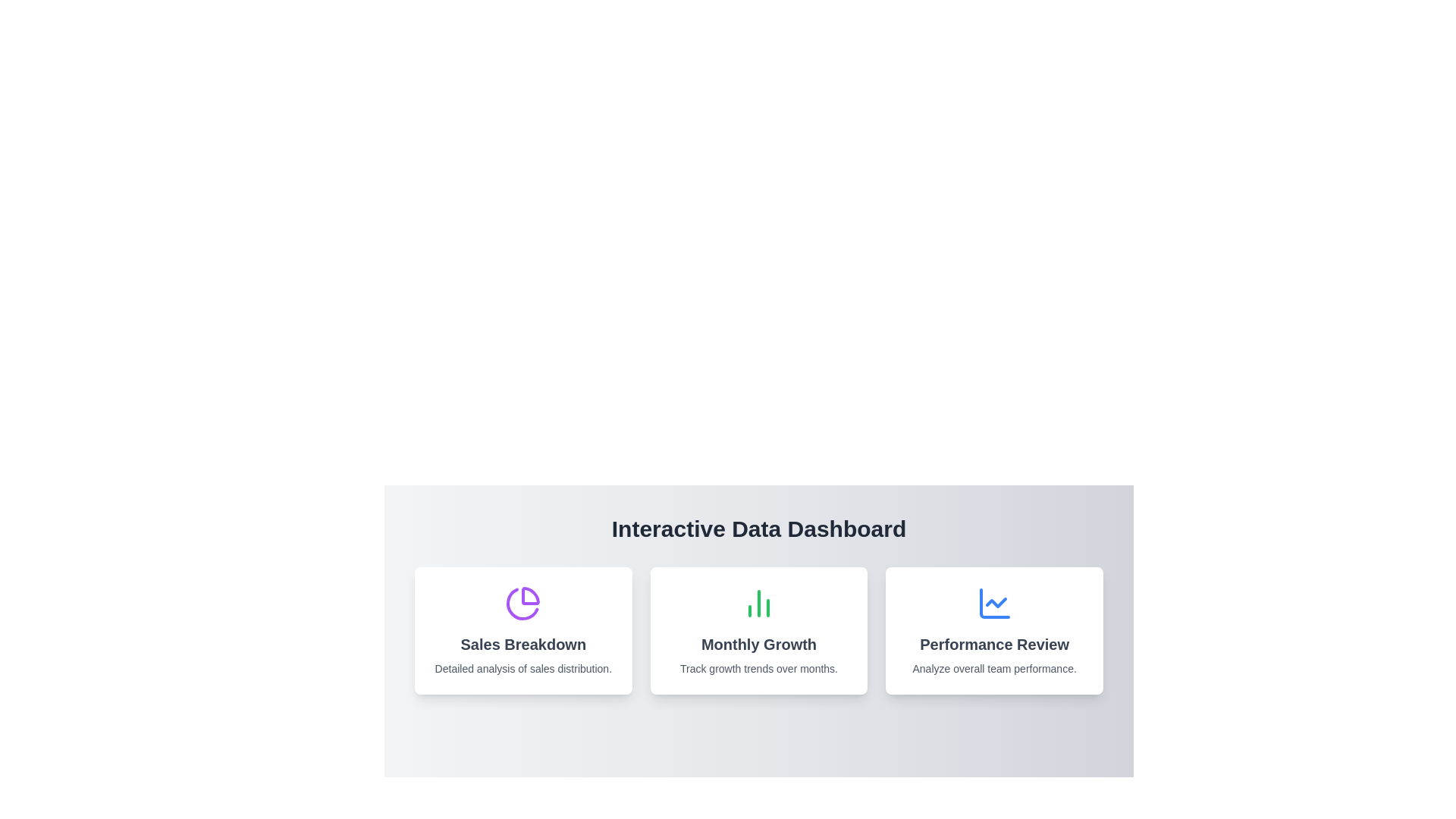  What do you see at coordinates (758, 631) in the screenshot?
I see `the Card containing textual and graphical information for navigation, located at the center of a three-card layout within the dashboard` at bounding box center [758, 631].